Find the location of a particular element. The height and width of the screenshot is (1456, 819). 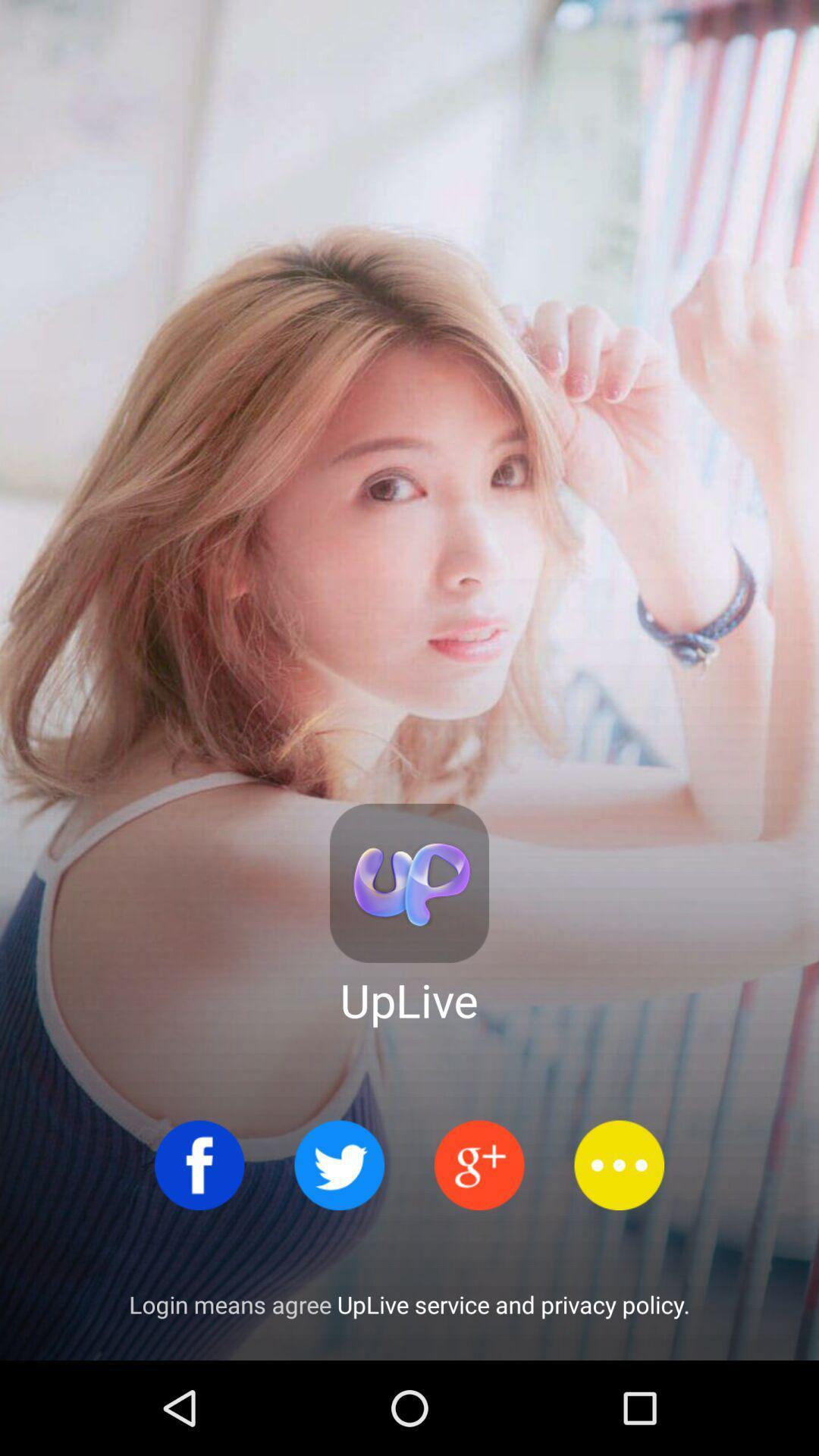

the follow icon is located at coordinates (479, 1164).